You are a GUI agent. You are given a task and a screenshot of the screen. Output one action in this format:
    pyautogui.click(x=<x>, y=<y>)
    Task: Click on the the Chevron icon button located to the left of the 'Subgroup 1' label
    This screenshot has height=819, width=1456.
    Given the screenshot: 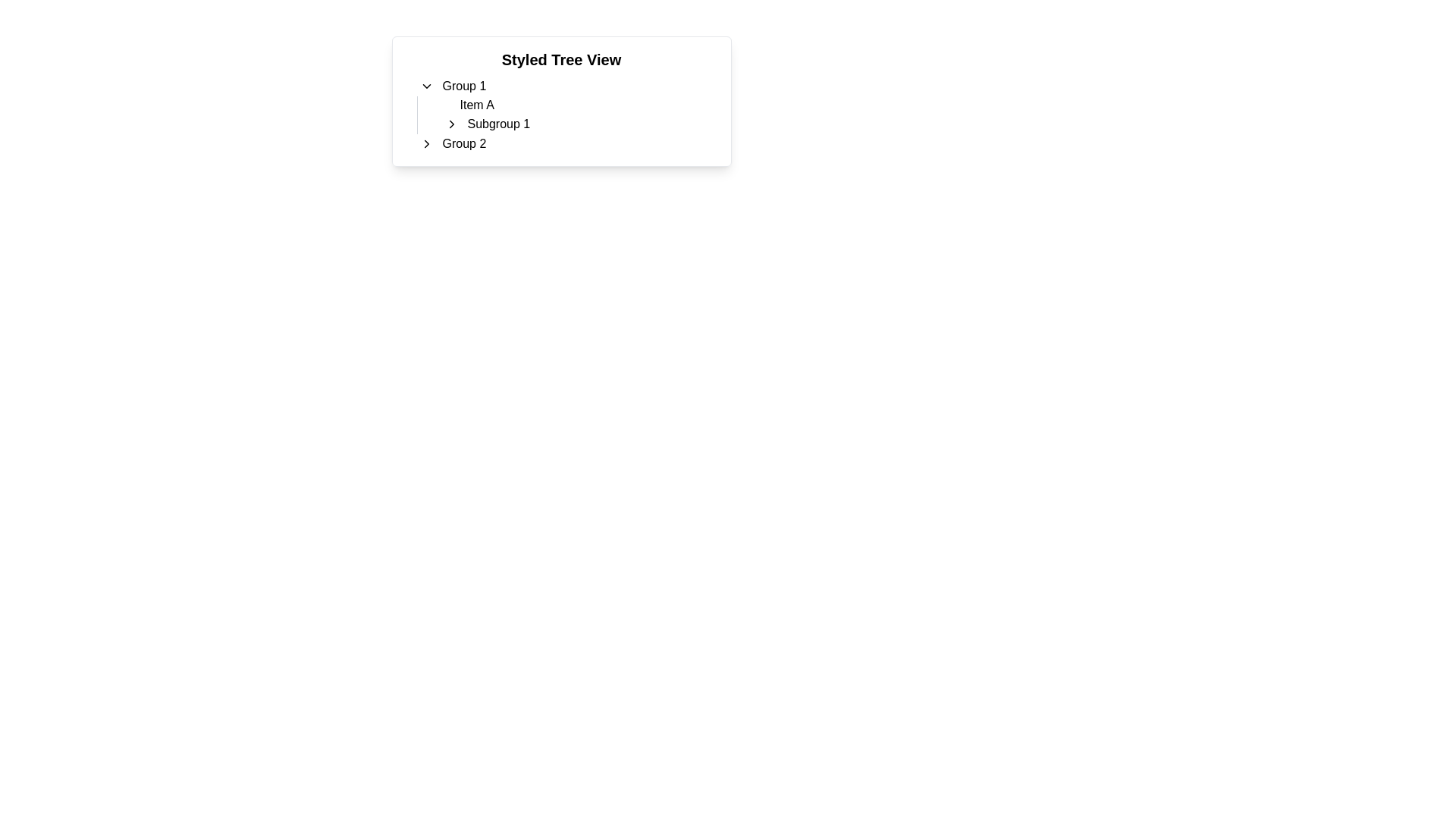 What is the action you would take?
    pyautogui.click(x=450, y=124)
    